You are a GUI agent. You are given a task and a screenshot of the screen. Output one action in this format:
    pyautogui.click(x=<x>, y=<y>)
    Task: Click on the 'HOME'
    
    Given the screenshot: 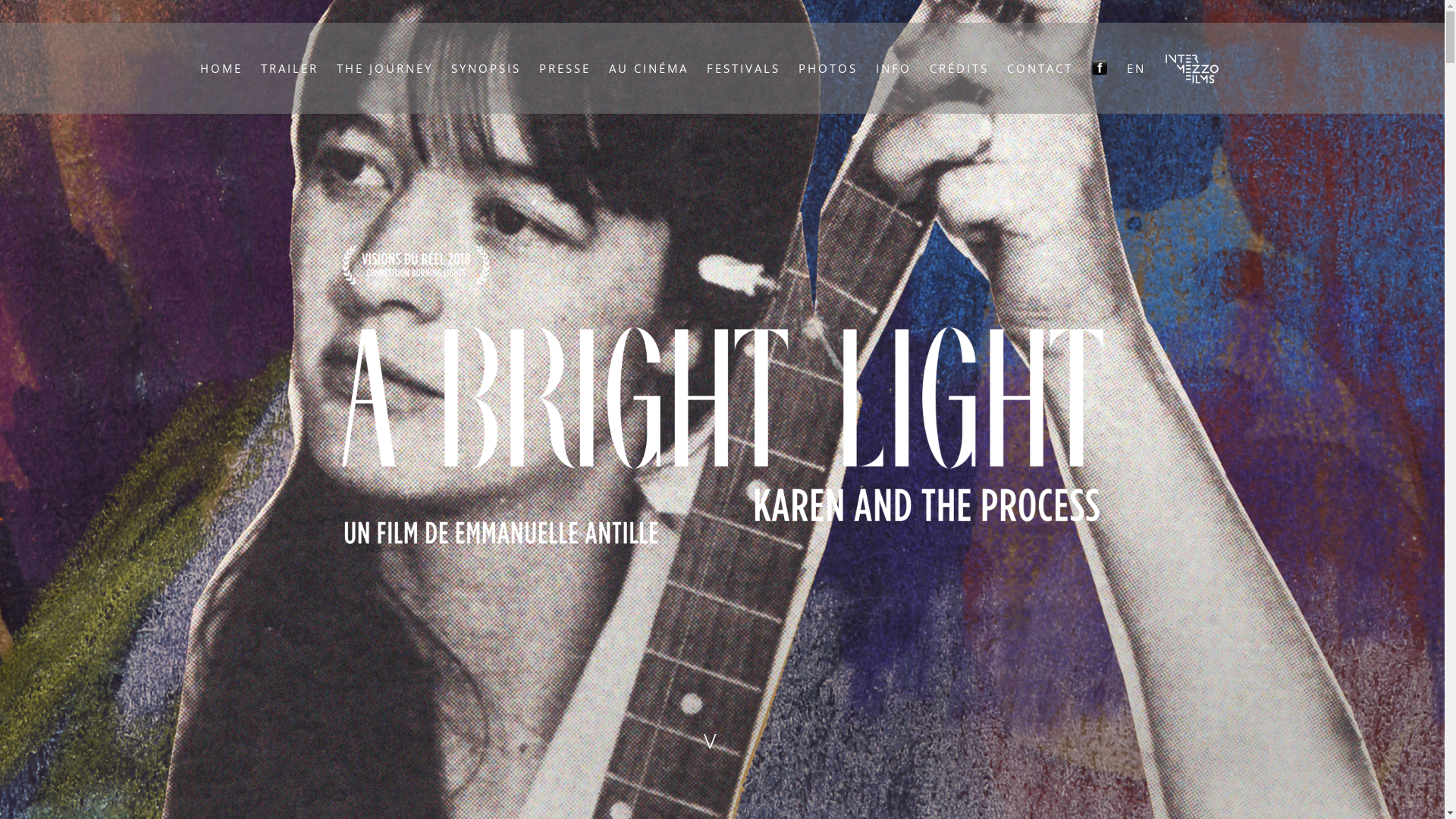 What is the action you would take?
    pyautogui.click(x=221, y=67)
    